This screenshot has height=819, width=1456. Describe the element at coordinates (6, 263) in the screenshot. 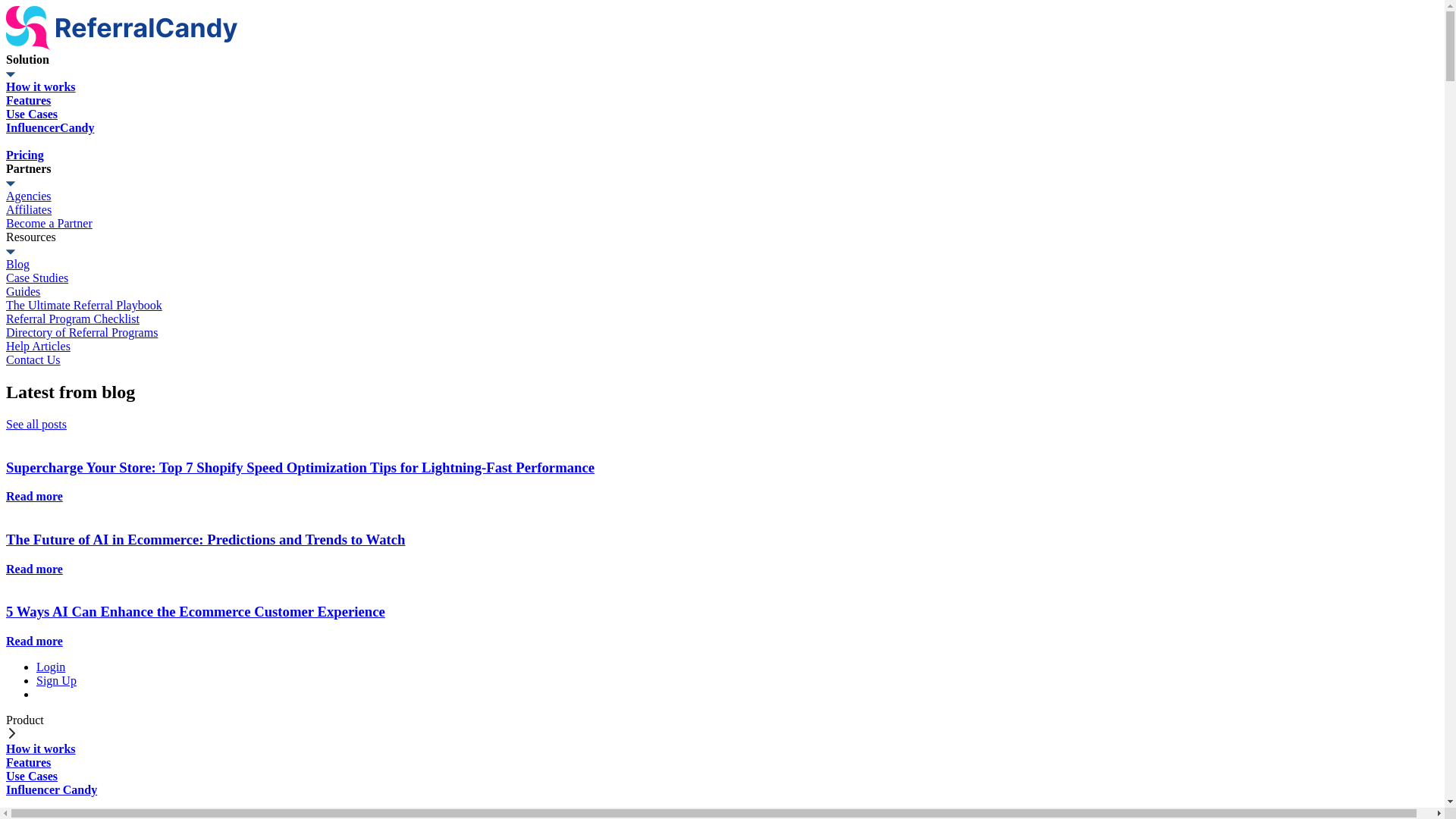

I see `'Blog'` at that location.